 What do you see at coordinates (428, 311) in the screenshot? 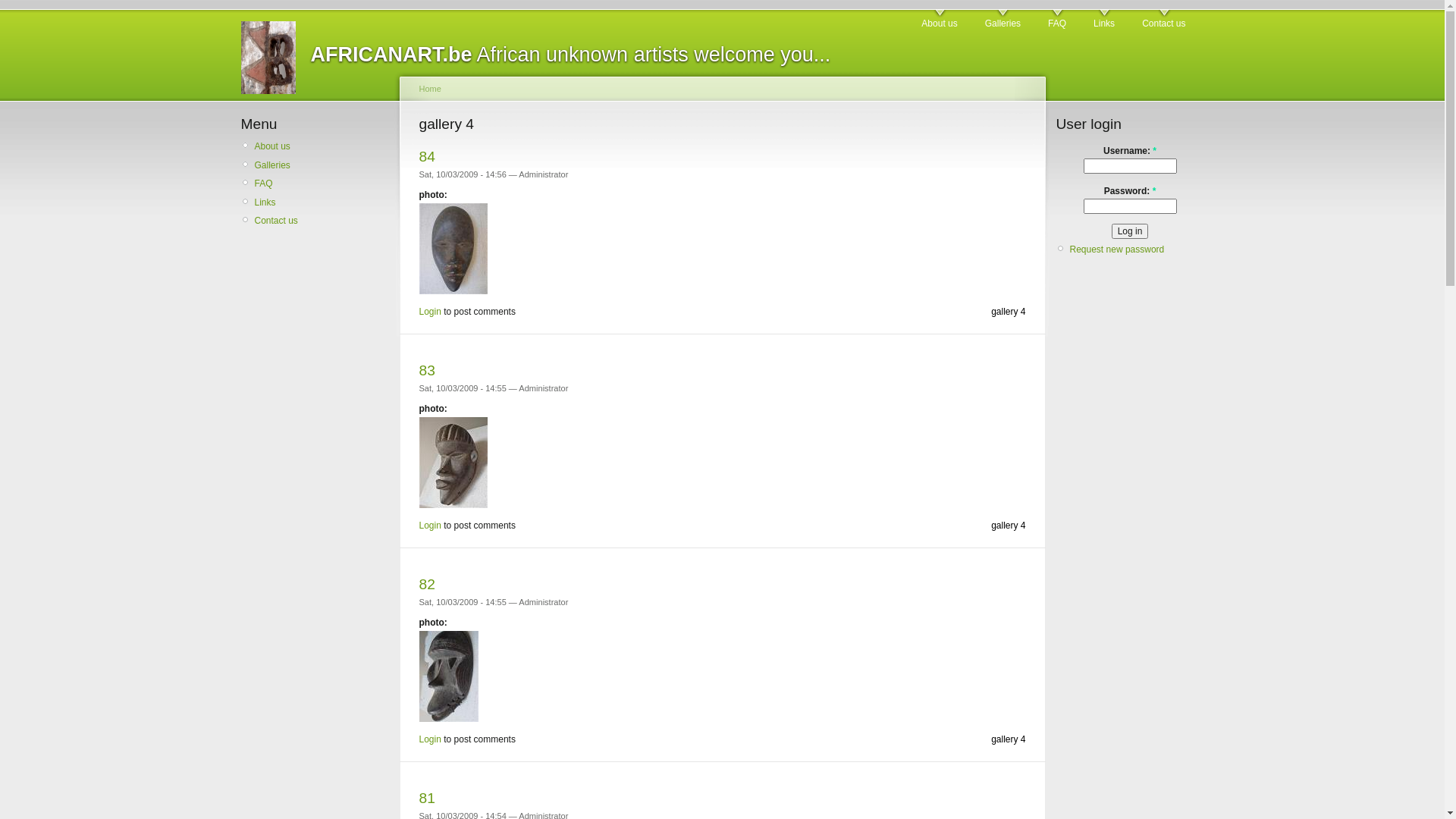
I see `'Login'` at bounding box center [428, 311].